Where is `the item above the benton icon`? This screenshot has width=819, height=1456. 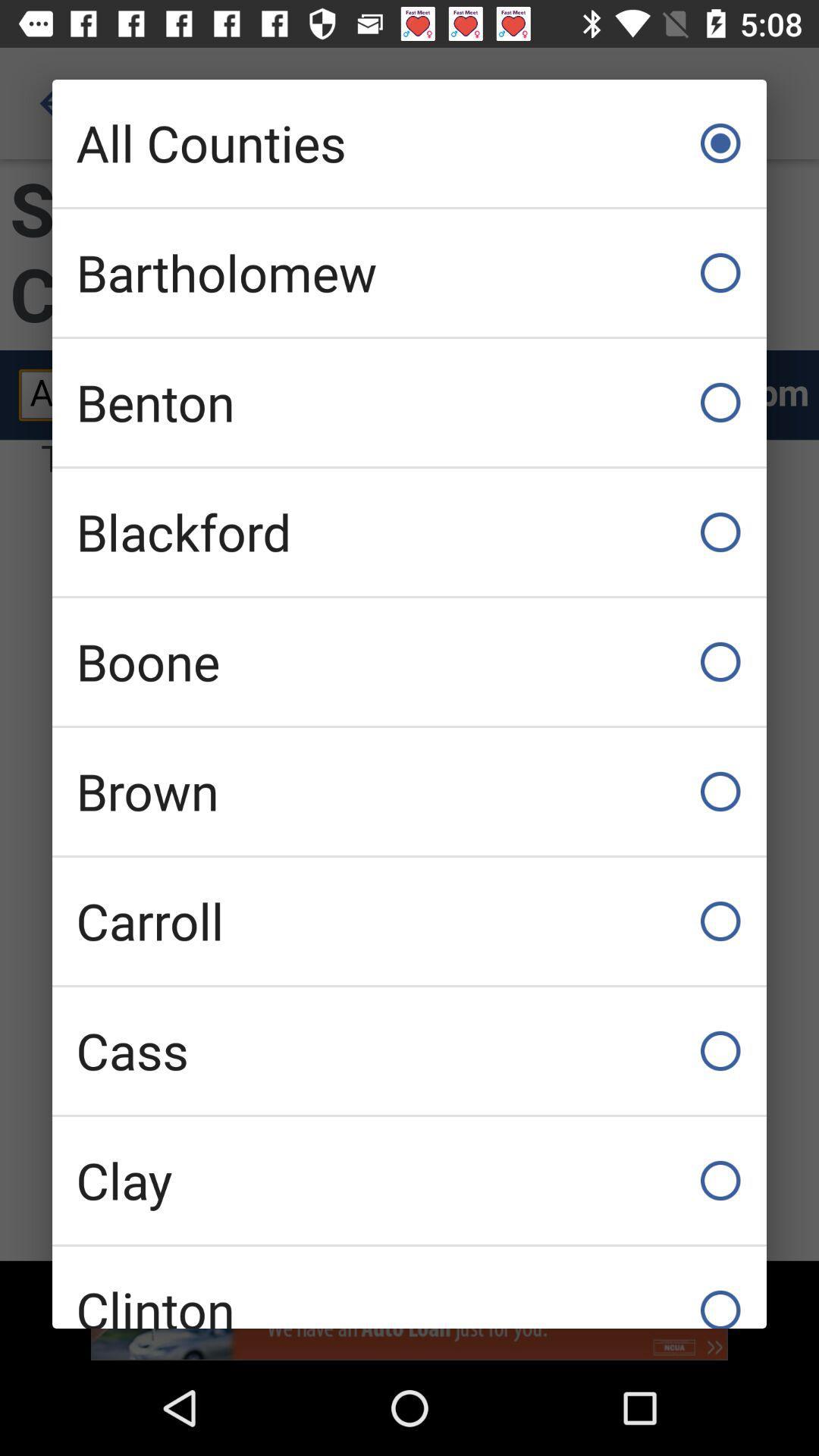
the item above the benton icon is located at coordinates (409, 273).